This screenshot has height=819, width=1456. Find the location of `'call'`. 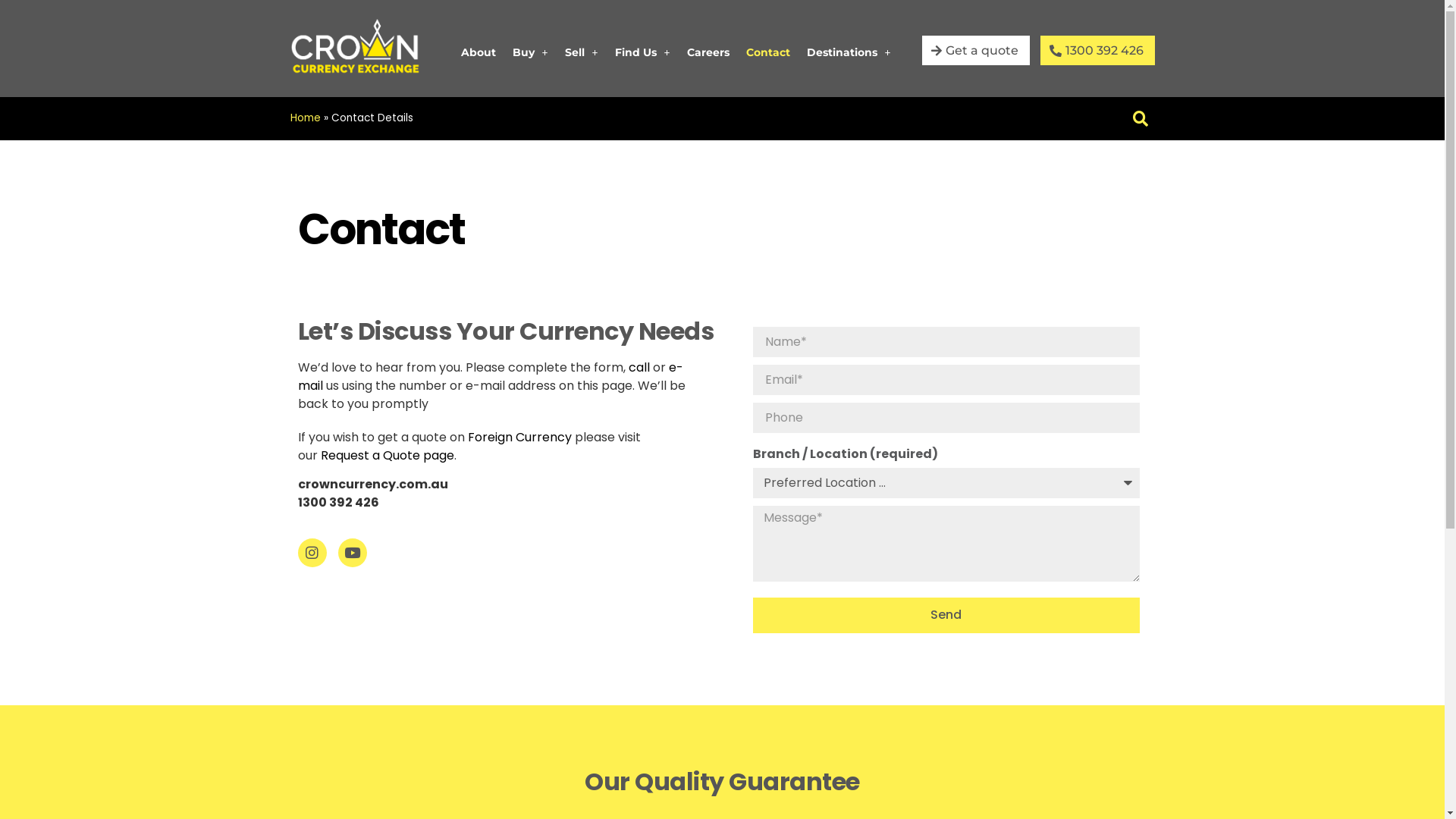

'call' is located at coordinates (638, 367).